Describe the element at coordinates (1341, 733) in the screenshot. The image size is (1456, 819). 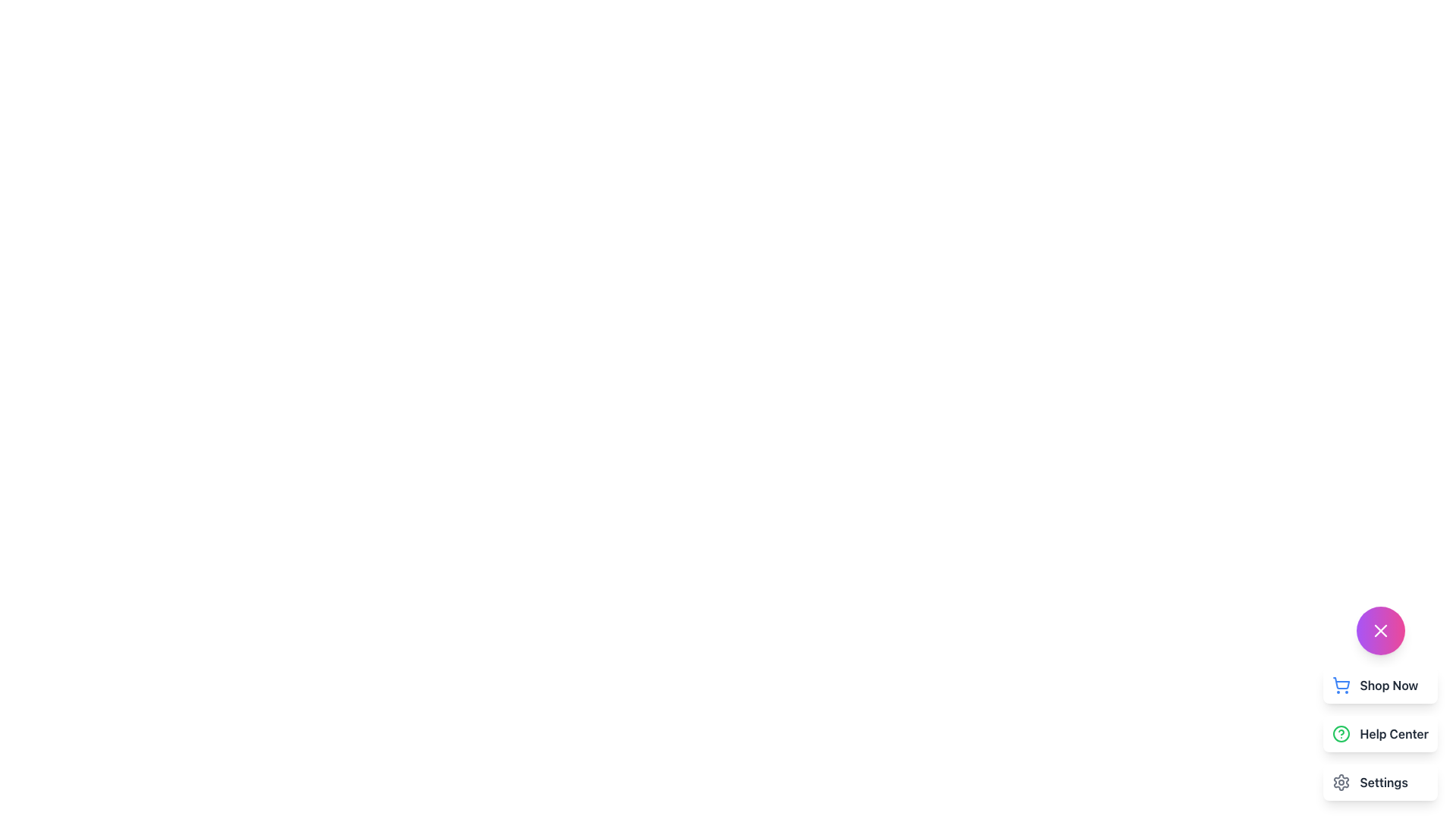
I see `the help icon located in the right-hand menu, adjacent to the 'Help Center' label, which is the middle icon in a vertical stack of three icons` at that location.